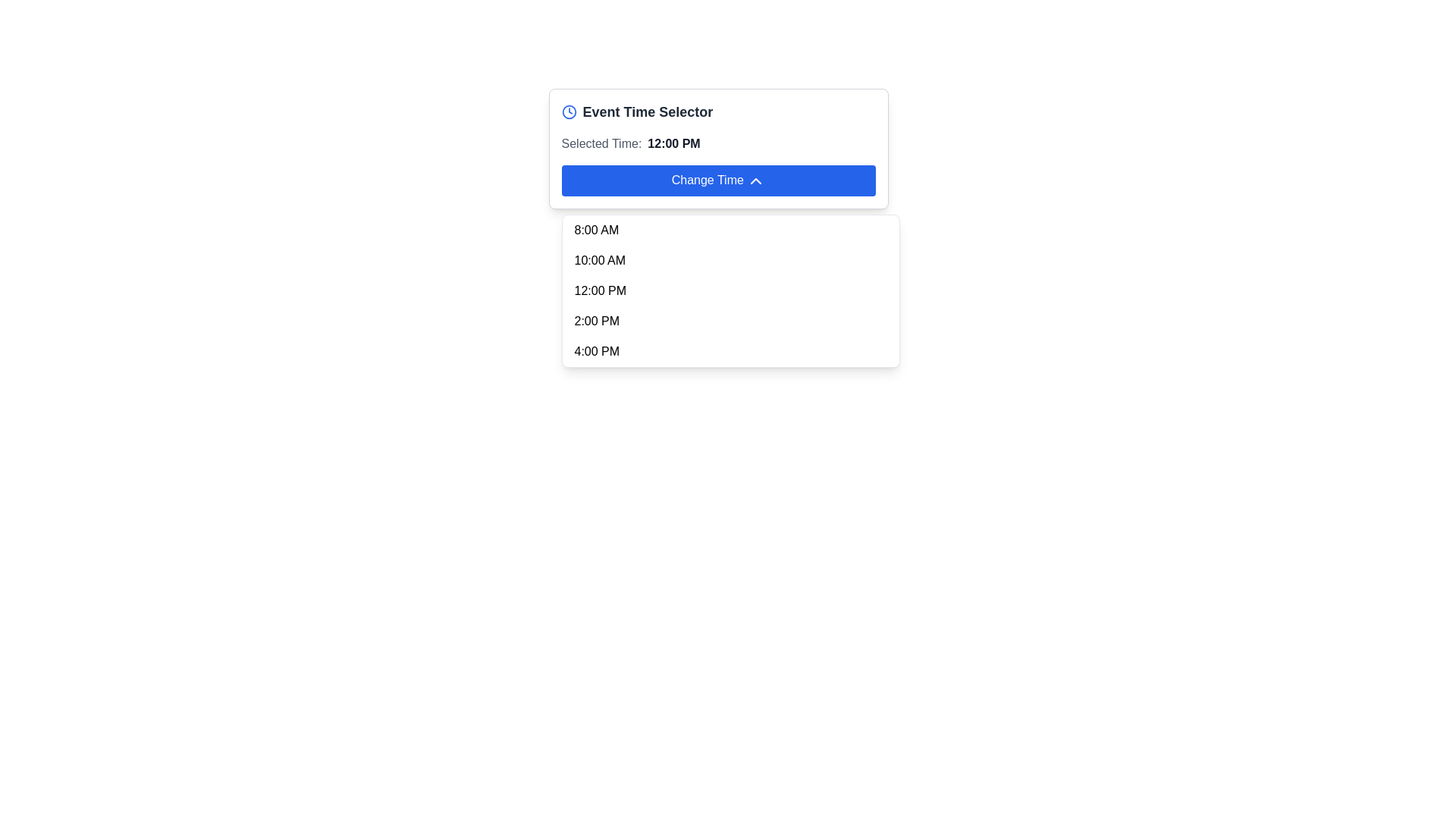 The height and width of the screenshot is (819, 1456). What do you see at coordinates (730, 259) in the screenshot?
I see `the second item in the dropdown menu` at bounding box center [730, 259].